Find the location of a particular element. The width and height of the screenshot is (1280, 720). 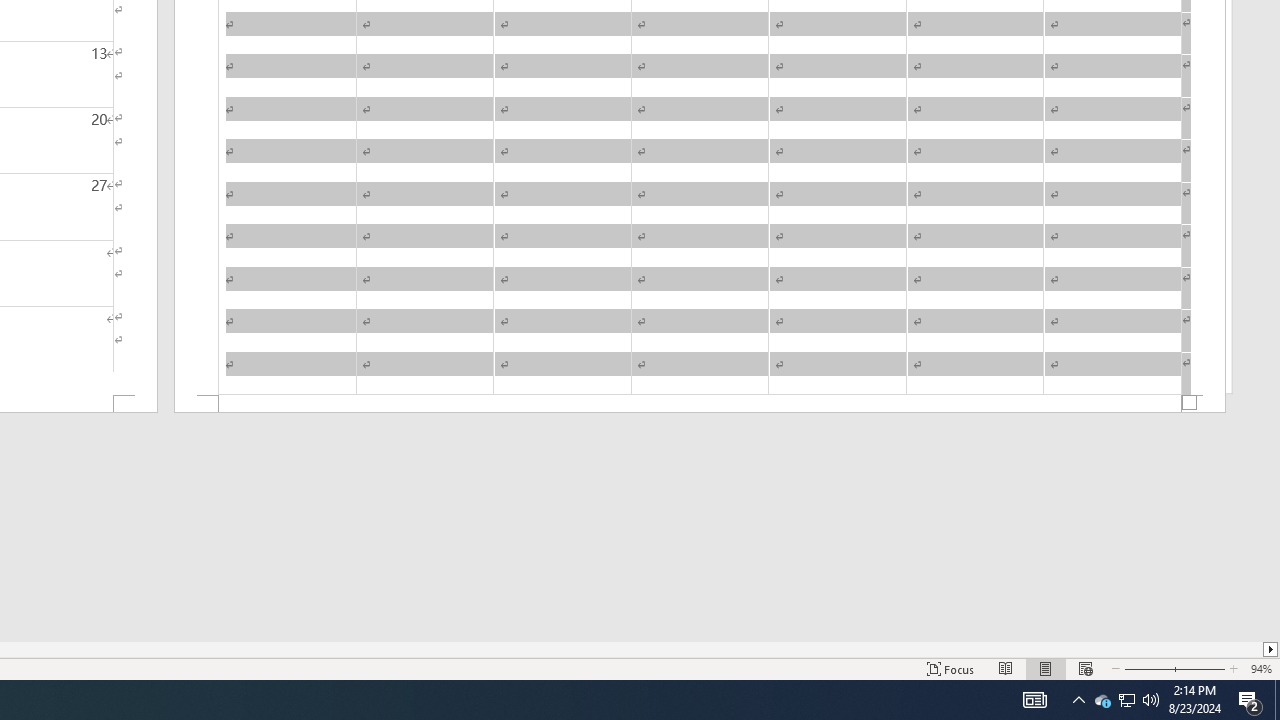

'Column right' is located at coordinates (1270, 649).